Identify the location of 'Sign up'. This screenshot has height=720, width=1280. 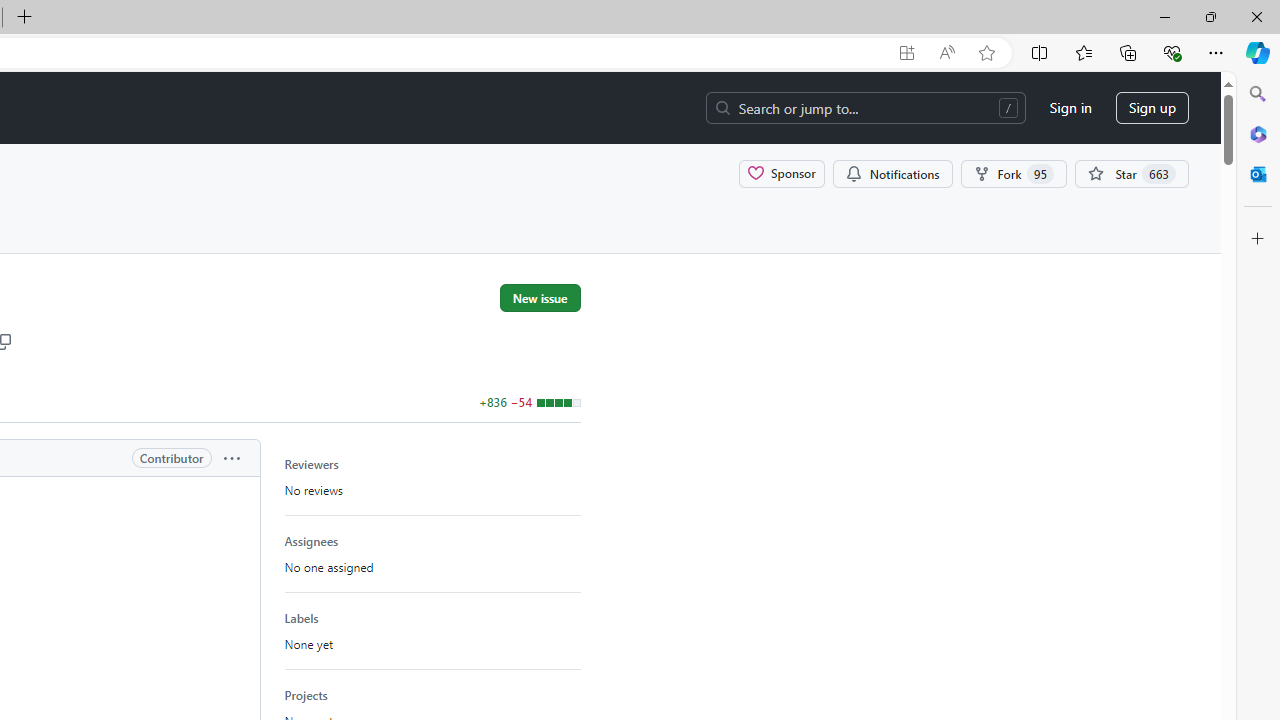
(1152, 108).